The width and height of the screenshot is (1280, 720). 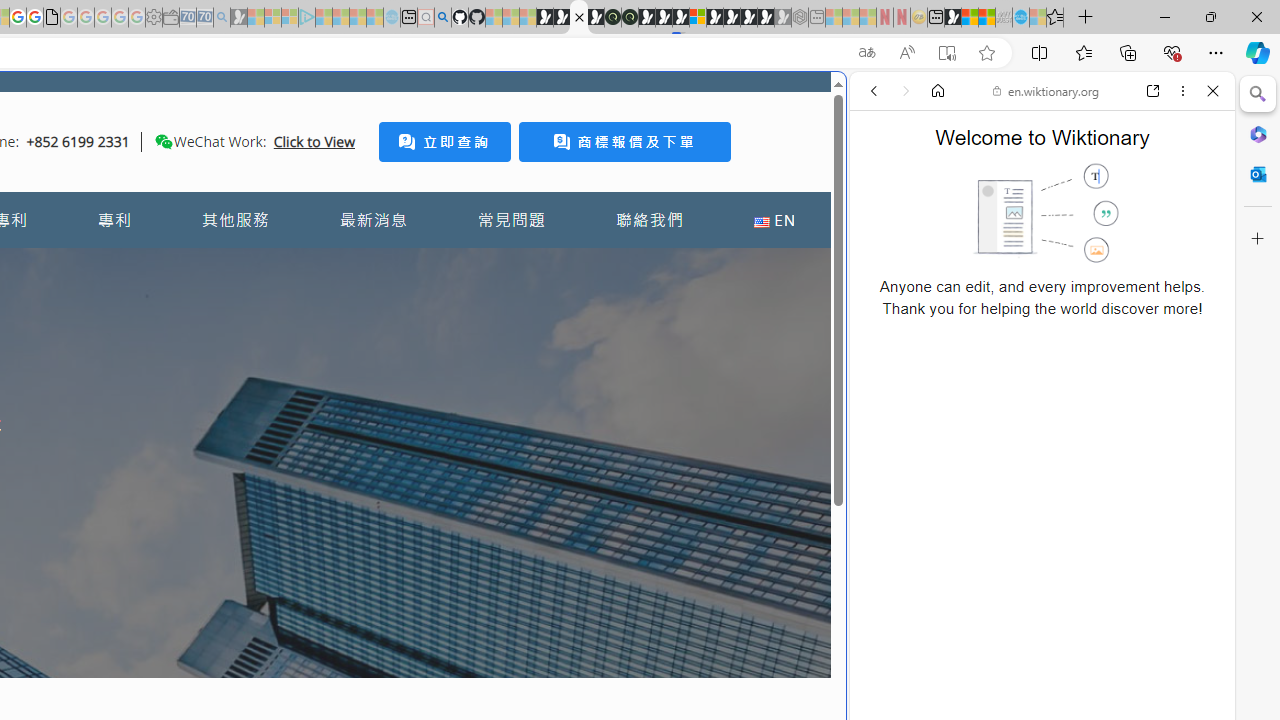 I want to click on 'Sign in to your account', so click(x=698, y=17).